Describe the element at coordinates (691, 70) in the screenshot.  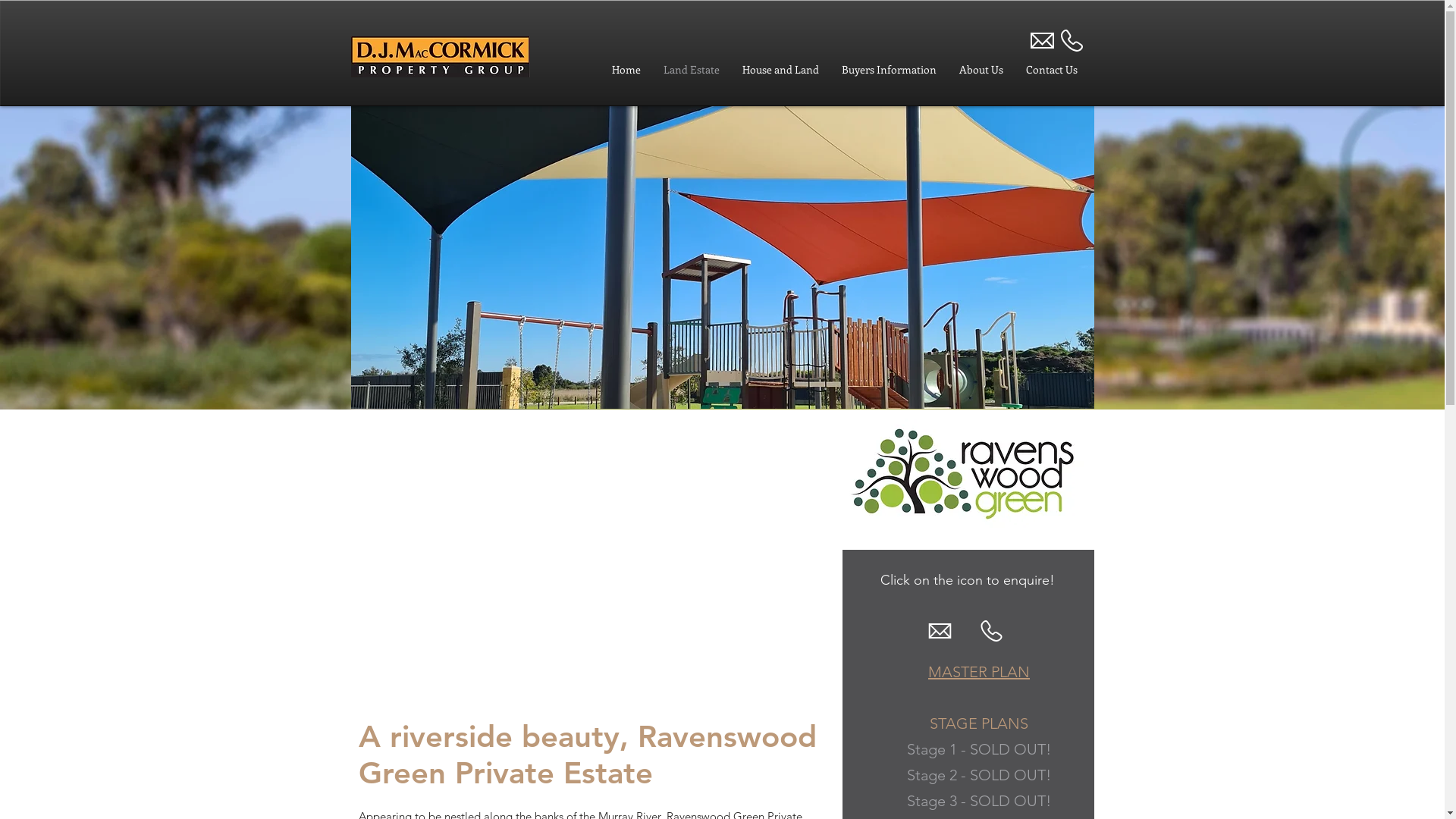
I see `'Land Estate'` at that location.